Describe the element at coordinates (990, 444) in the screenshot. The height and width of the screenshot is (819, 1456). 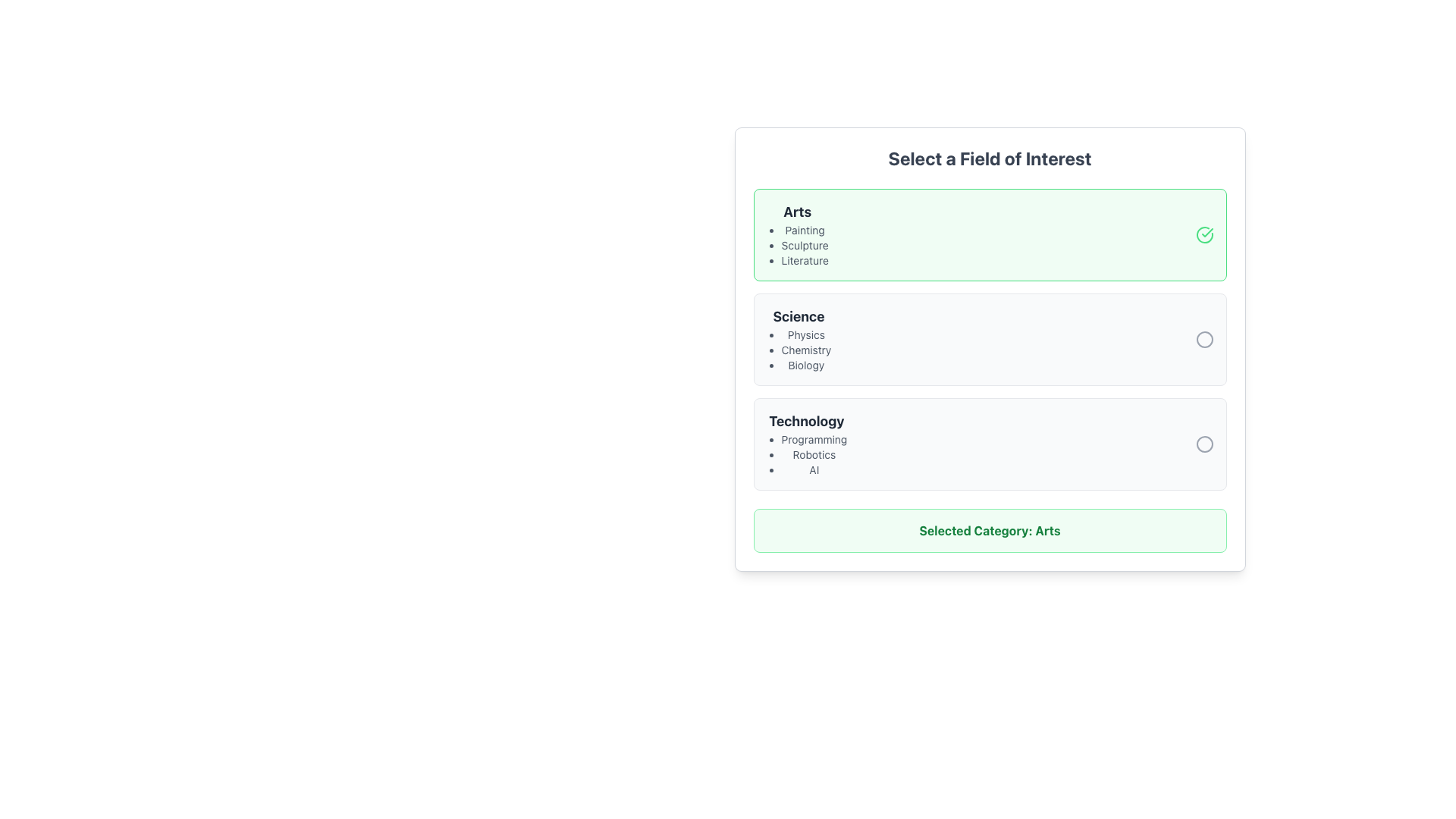
I see `the 'Technology' section of the selectable list to trigger additional effects` at that location.